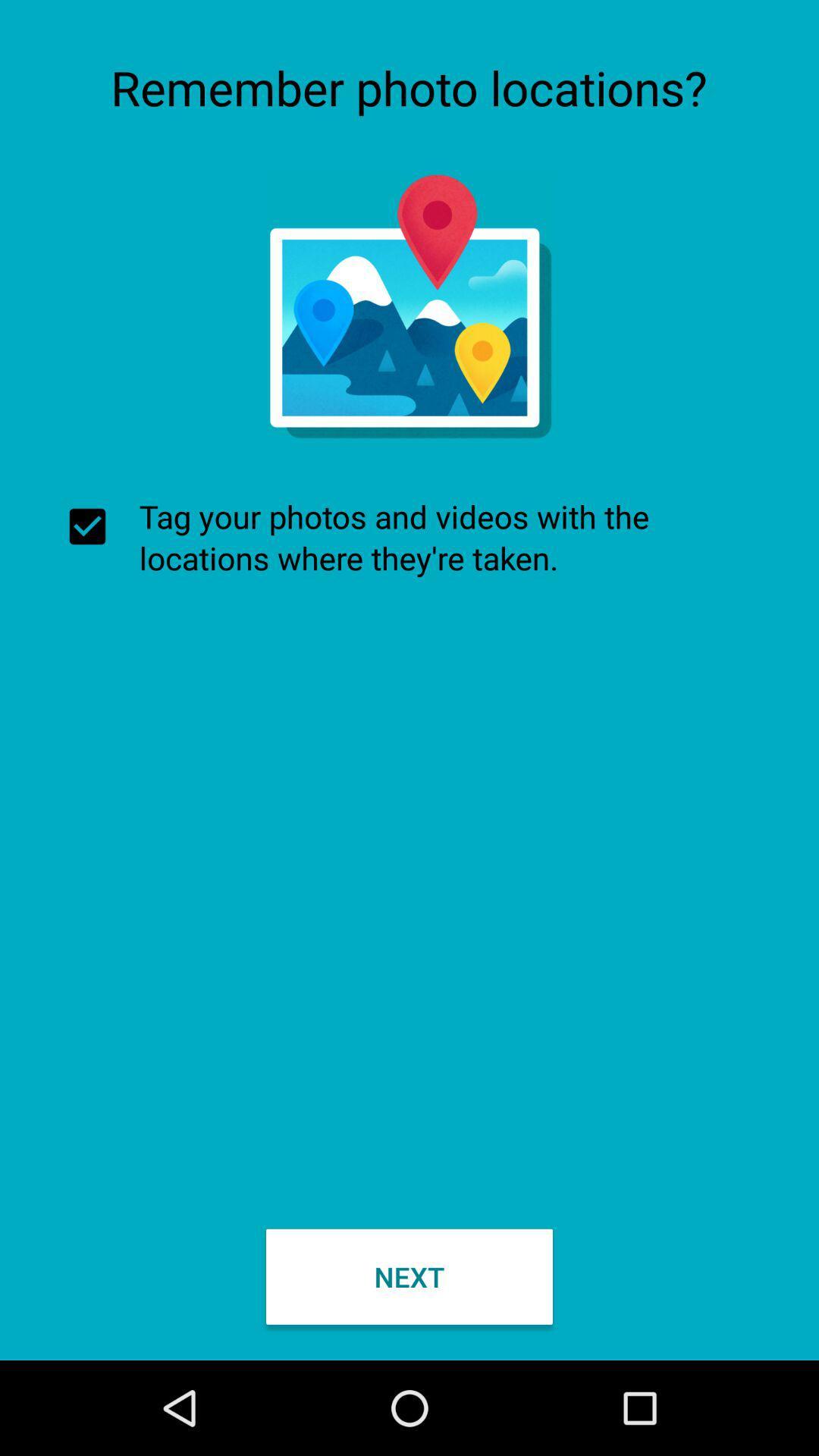  What do you see at coordinates (409, 1276) in the screenshot?
I see `next at the bottom` at bounding box center [409, 1276].